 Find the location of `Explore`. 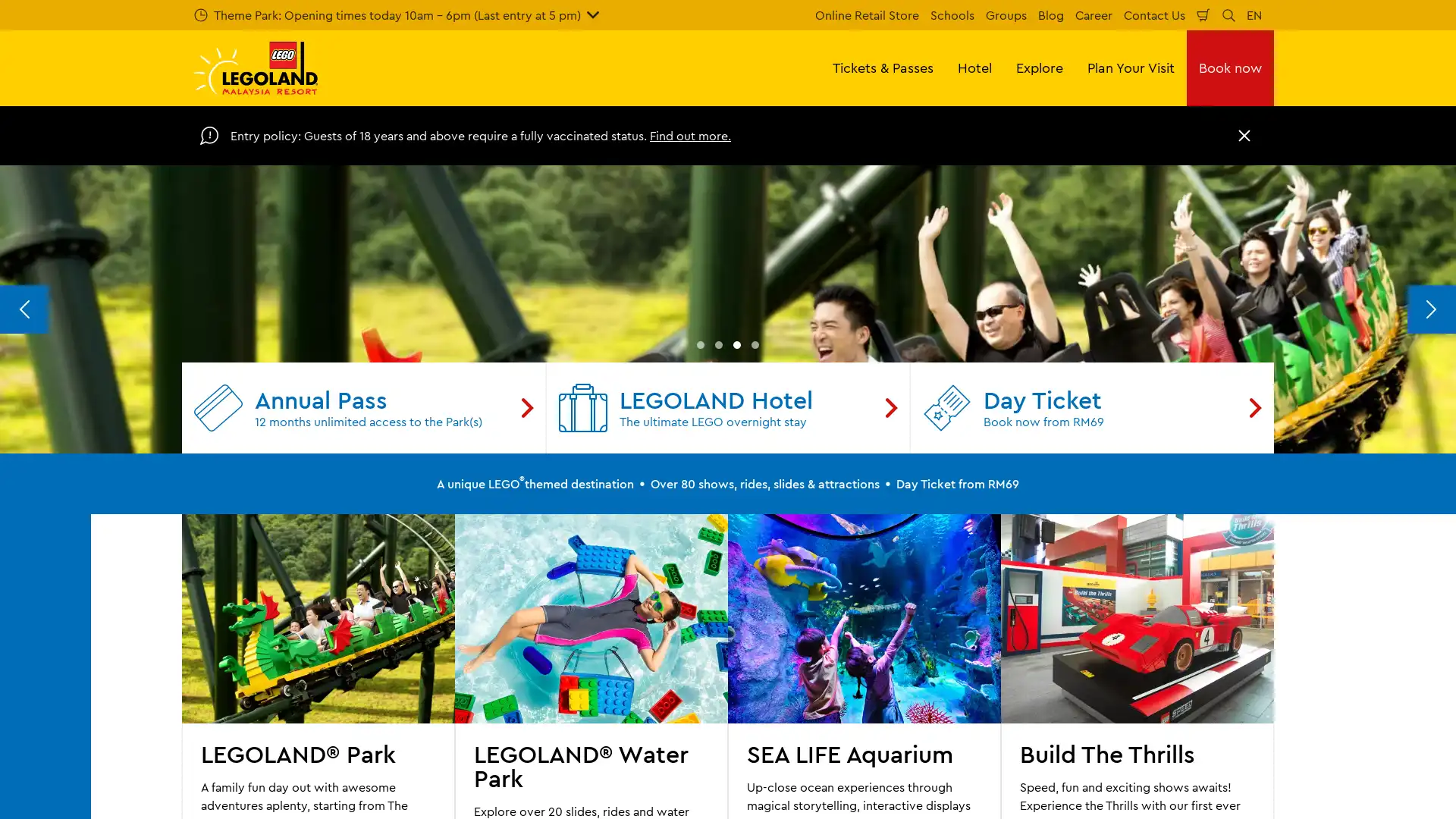

Explore is located at coordinates (1039, 67).